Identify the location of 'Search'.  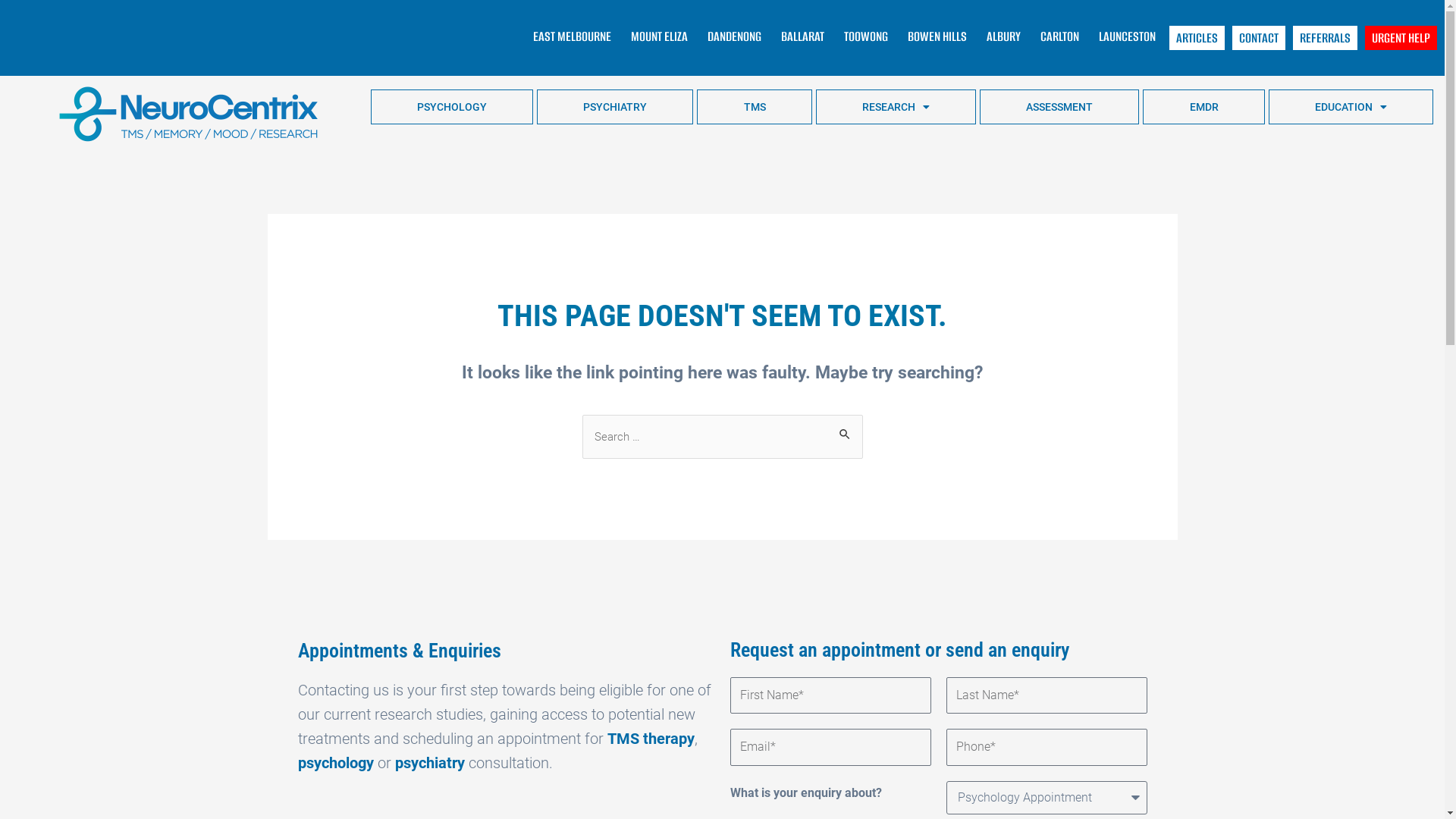
(844, 430).